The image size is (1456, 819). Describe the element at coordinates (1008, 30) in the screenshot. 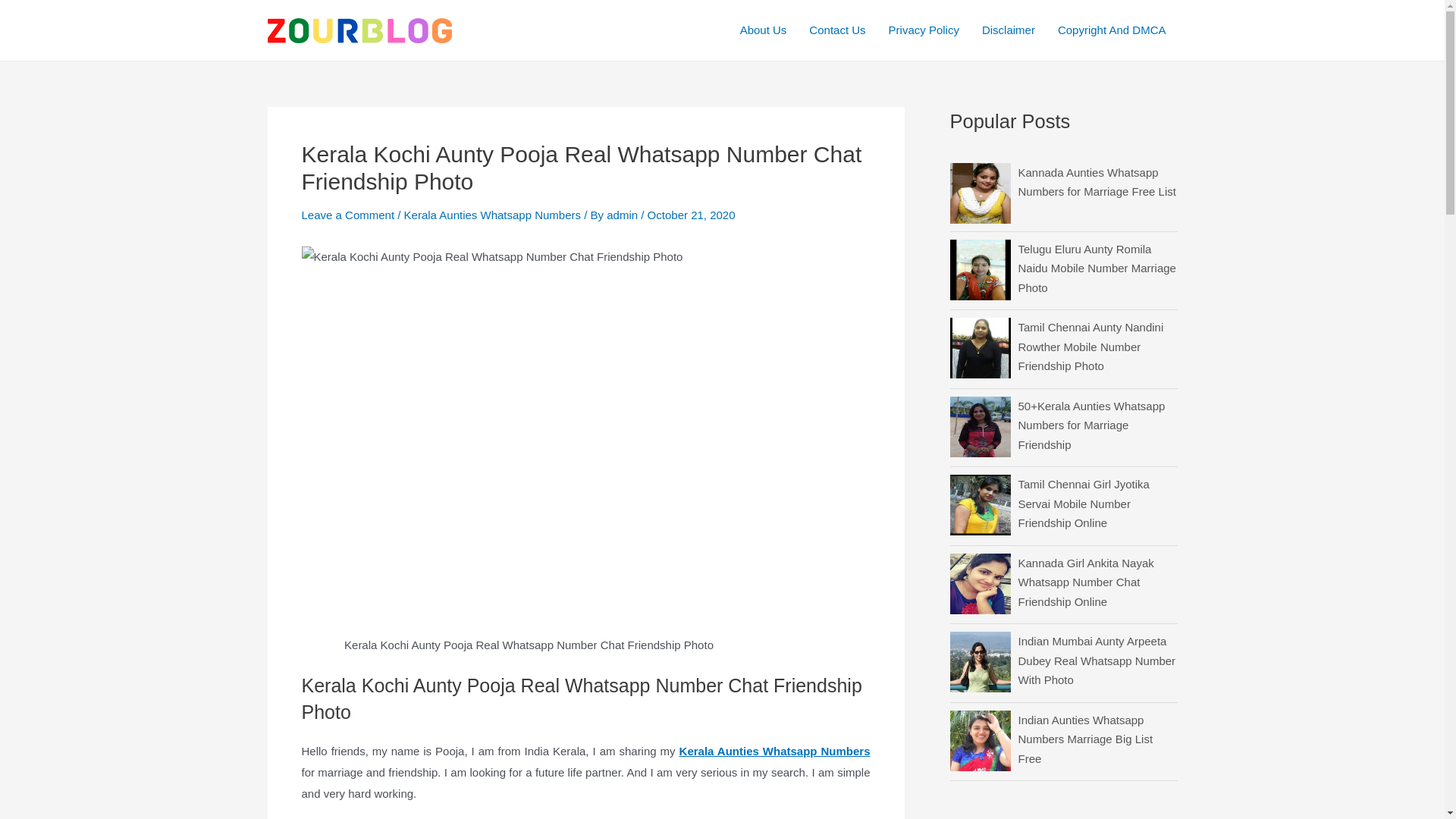

I see `'Disclaimer'` at that location.